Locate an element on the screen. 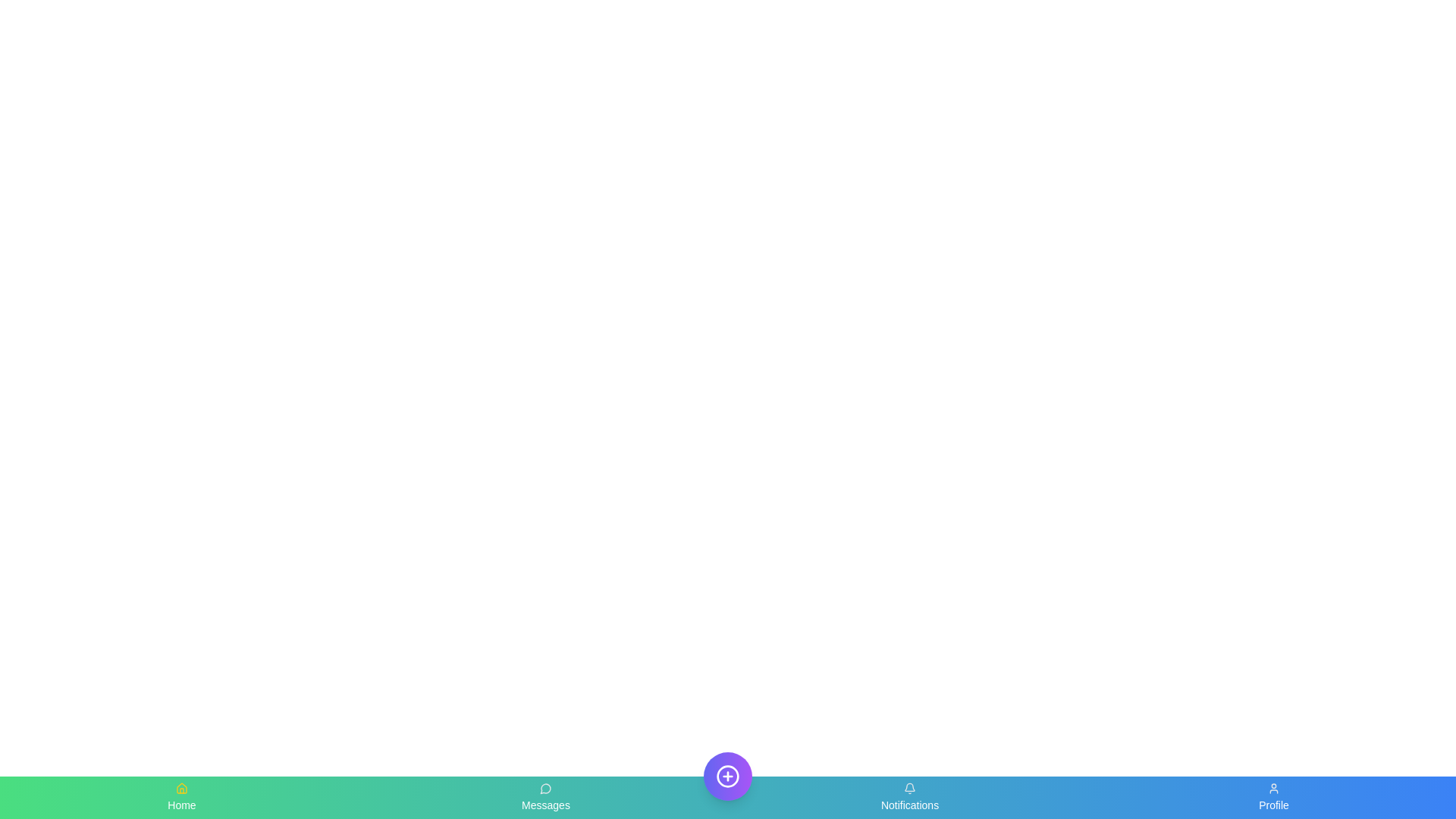 This screenshot has width=1456, height=819. the Messages tab in the bottom navigation bar is located at coordinates (546, 797).